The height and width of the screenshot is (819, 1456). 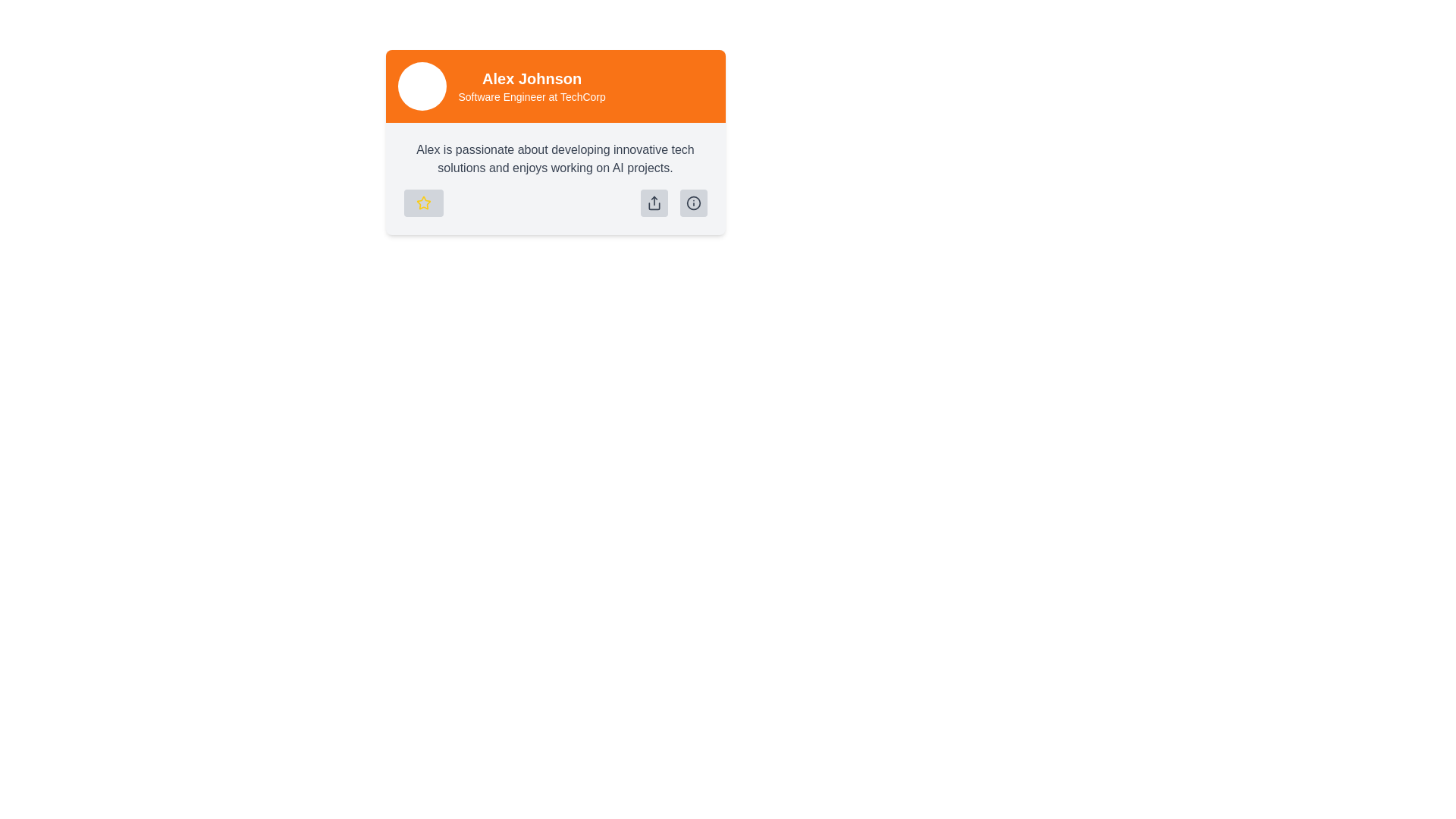 I want to click on the favorite button, which is the first button on the left in the horizontal group at the bottom-left corner of the user profile card, so click(x=423, y=202).